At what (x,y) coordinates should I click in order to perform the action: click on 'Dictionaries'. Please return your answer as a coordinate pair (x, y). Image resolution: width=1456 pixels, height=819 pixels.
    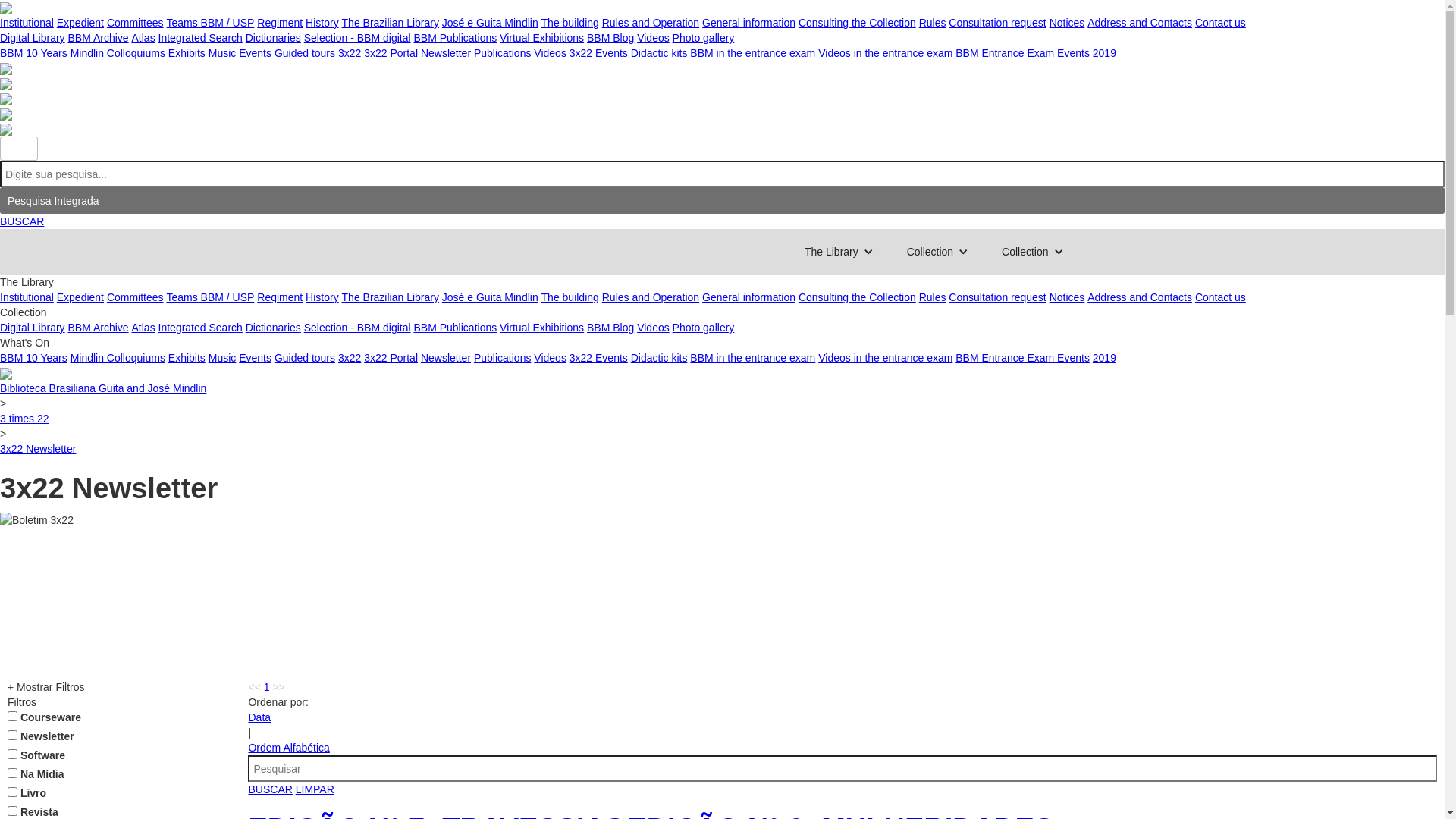
    Looking at the image, I should click on (246, 37).